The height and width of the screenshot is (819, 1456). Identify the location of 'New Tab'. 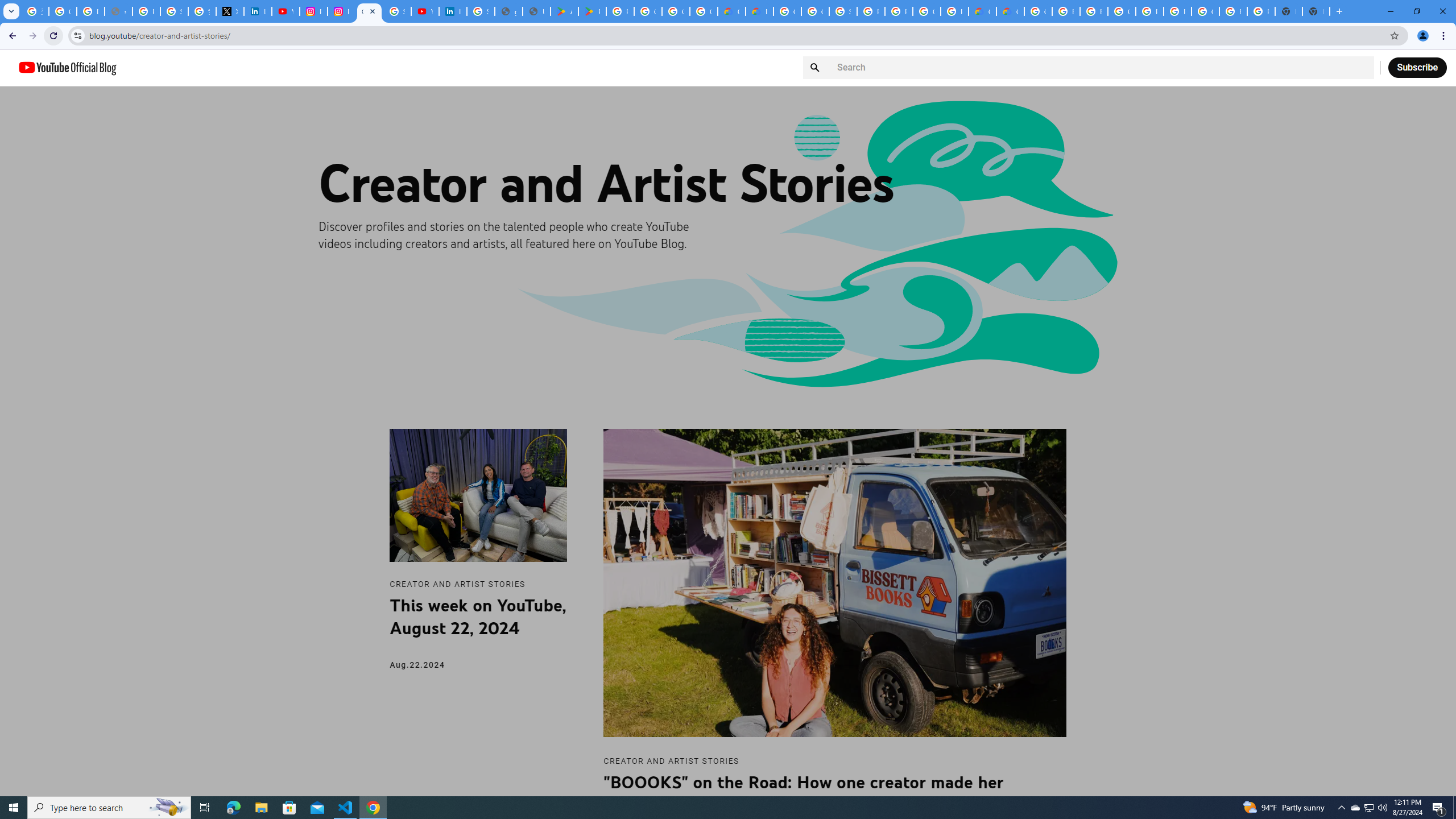
(1316, 11).